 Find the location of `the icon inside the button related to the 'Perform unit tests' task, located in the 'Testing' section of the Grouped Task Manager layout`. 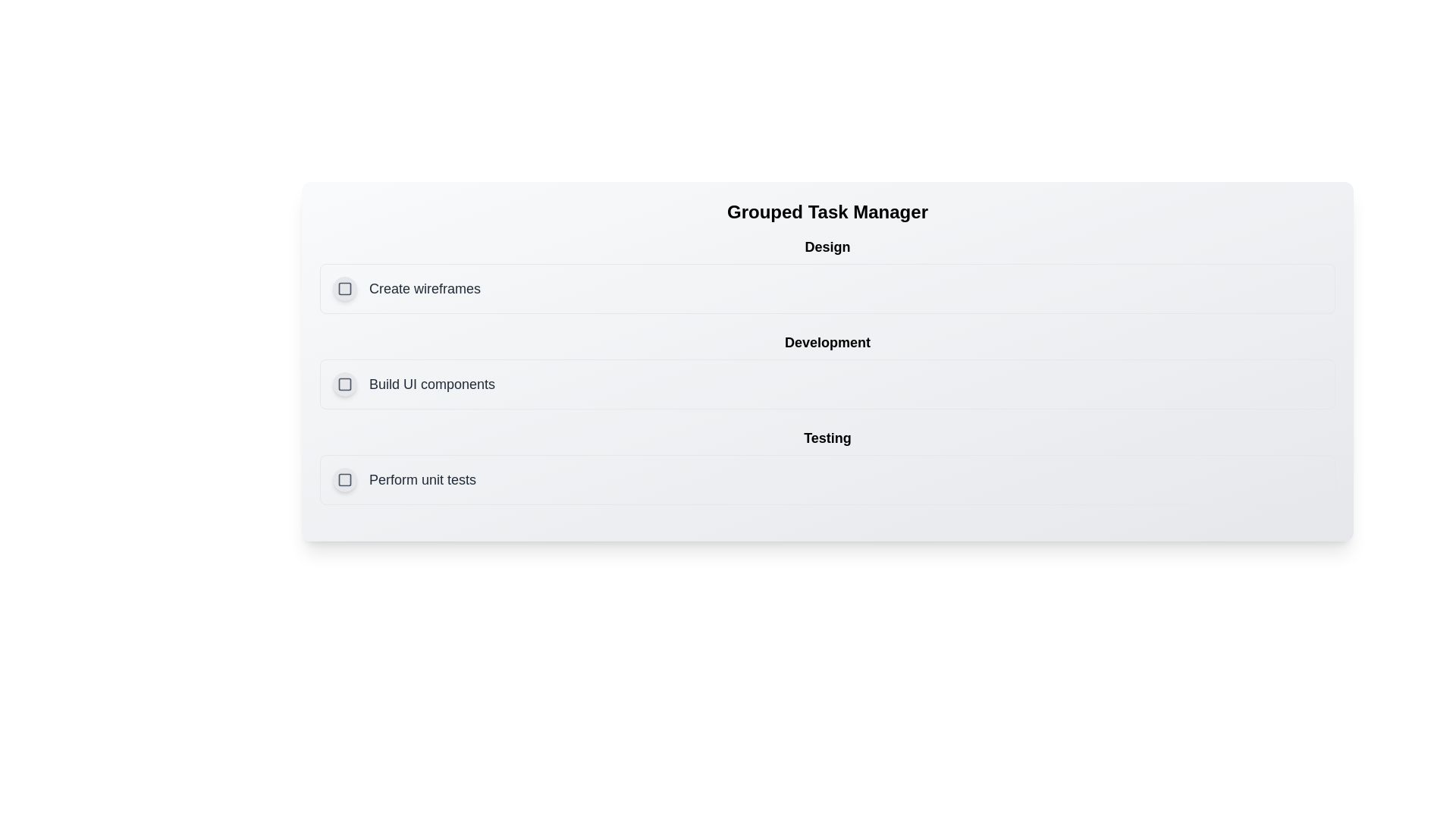

the icon inside the button related to the 'Perform unit tests' task, located in the 'Testing' section of the Grouped Task Manager layout is located at coordinates (344, 479).